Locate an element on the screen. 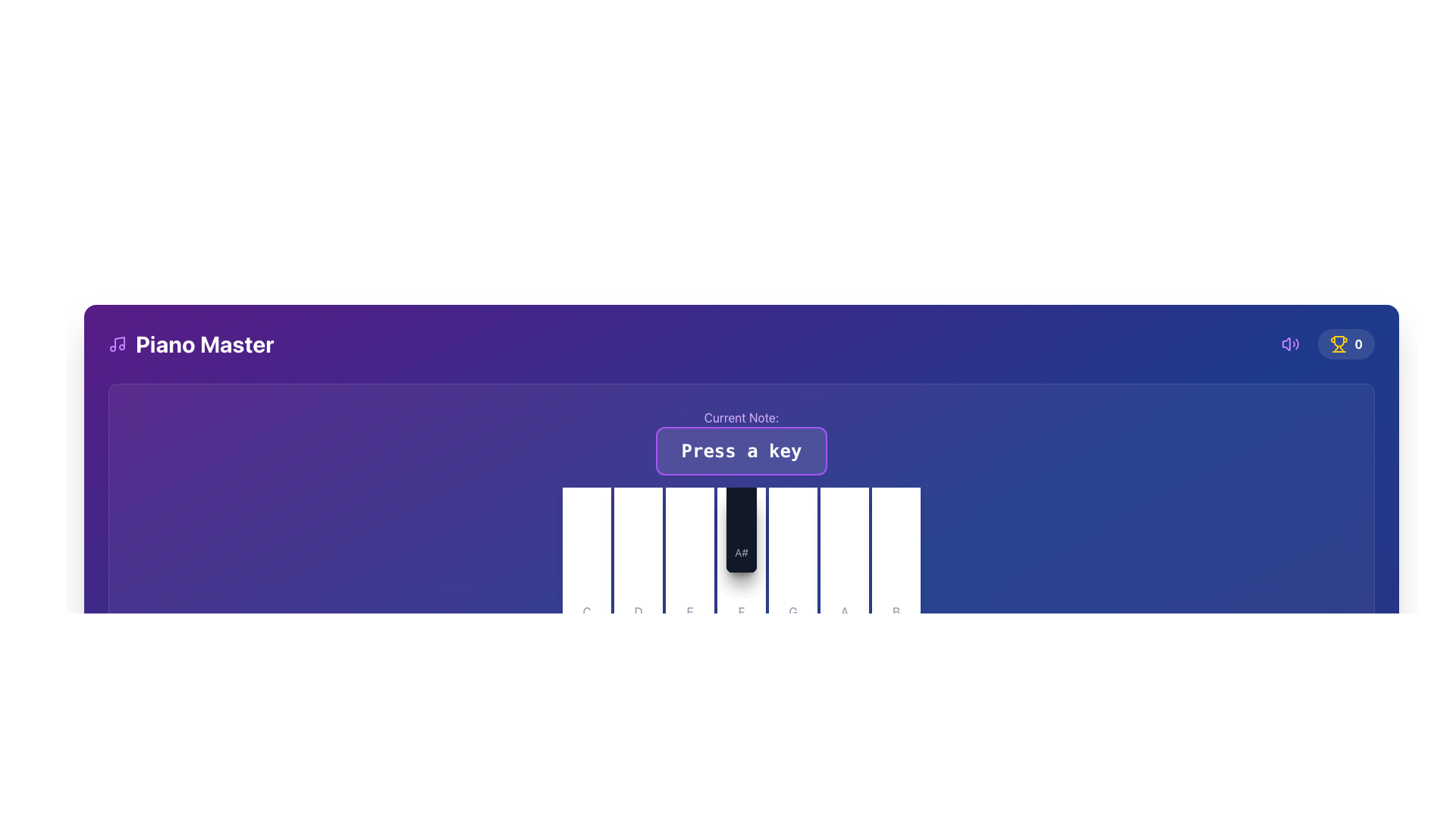 This screenshot has height=819, width=1456. the purple musical note icon located to the left of the 'Piano Master' text in the header section is located at coordinates (116, 344).